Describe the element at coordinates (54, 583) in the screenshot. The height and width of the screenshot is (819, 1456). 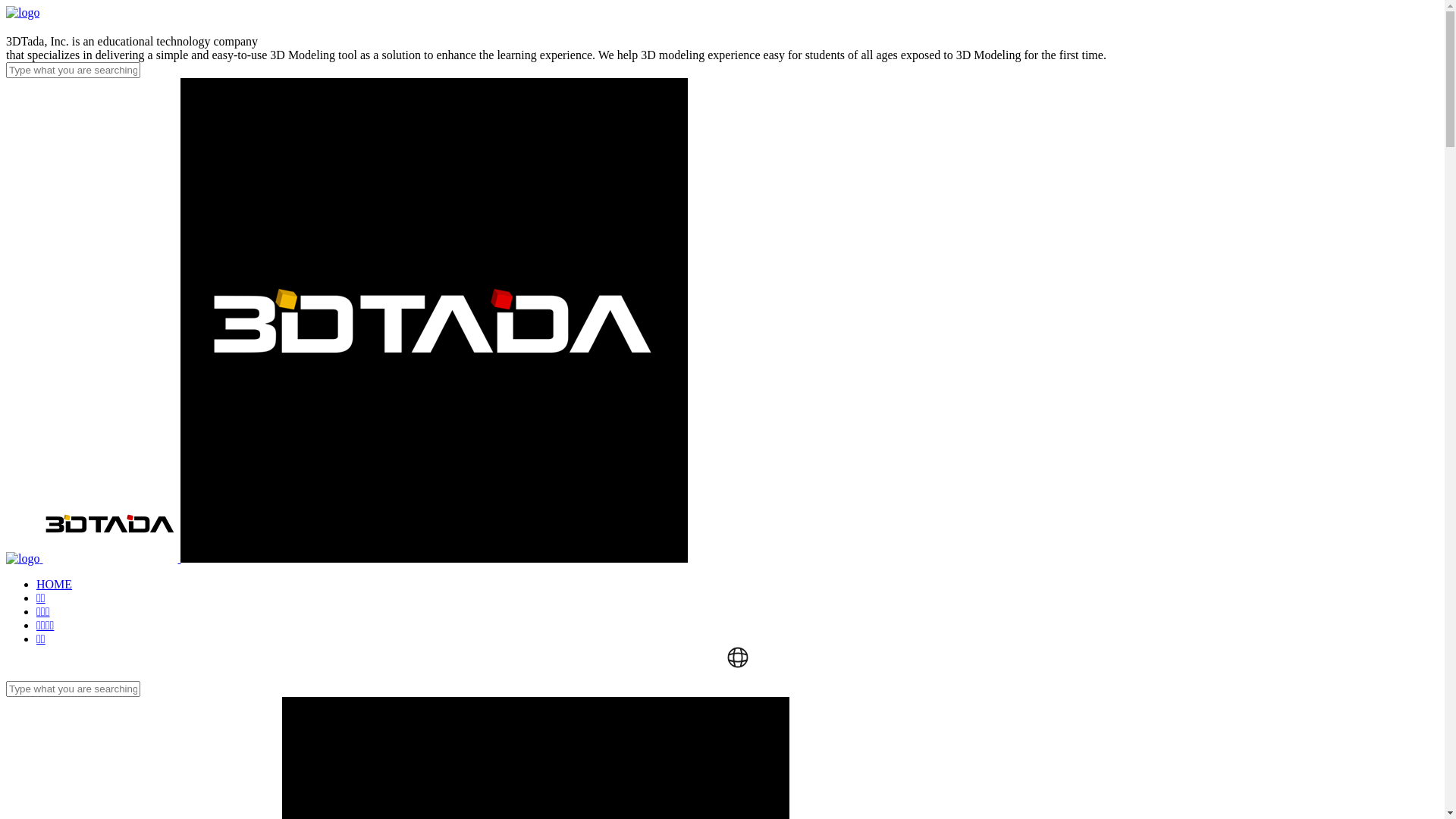
I see `'HOME'` at that location.